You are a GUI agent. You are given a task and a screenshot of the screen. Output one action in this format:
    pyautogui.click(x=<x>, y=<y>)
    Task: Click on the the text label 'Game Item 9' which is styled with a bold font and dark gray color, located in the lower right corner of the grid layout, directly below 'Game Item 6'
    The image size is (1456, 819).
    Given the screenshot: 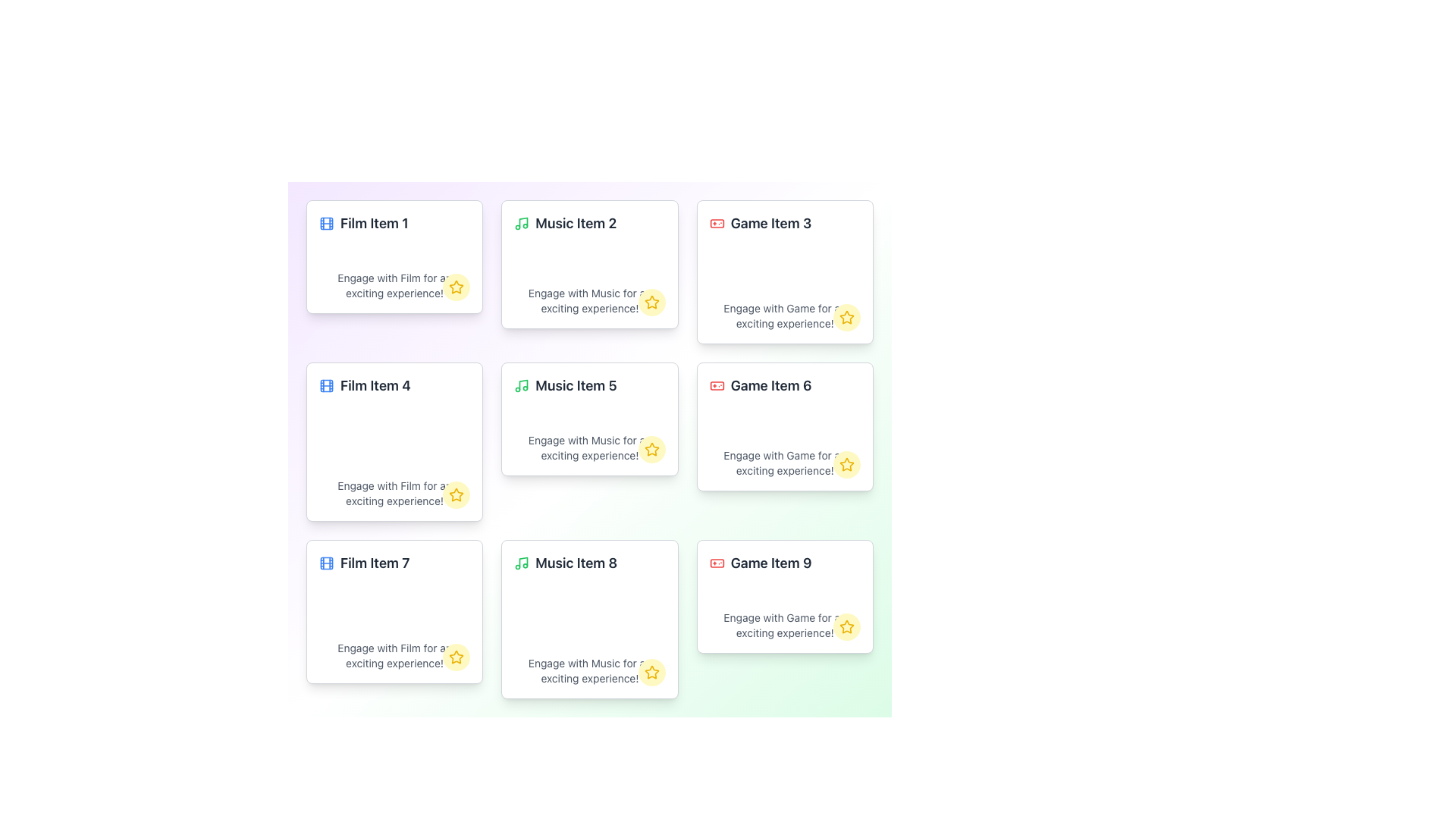 What is the action you would take?
    pyautogui.click(x=771, y=563)
    